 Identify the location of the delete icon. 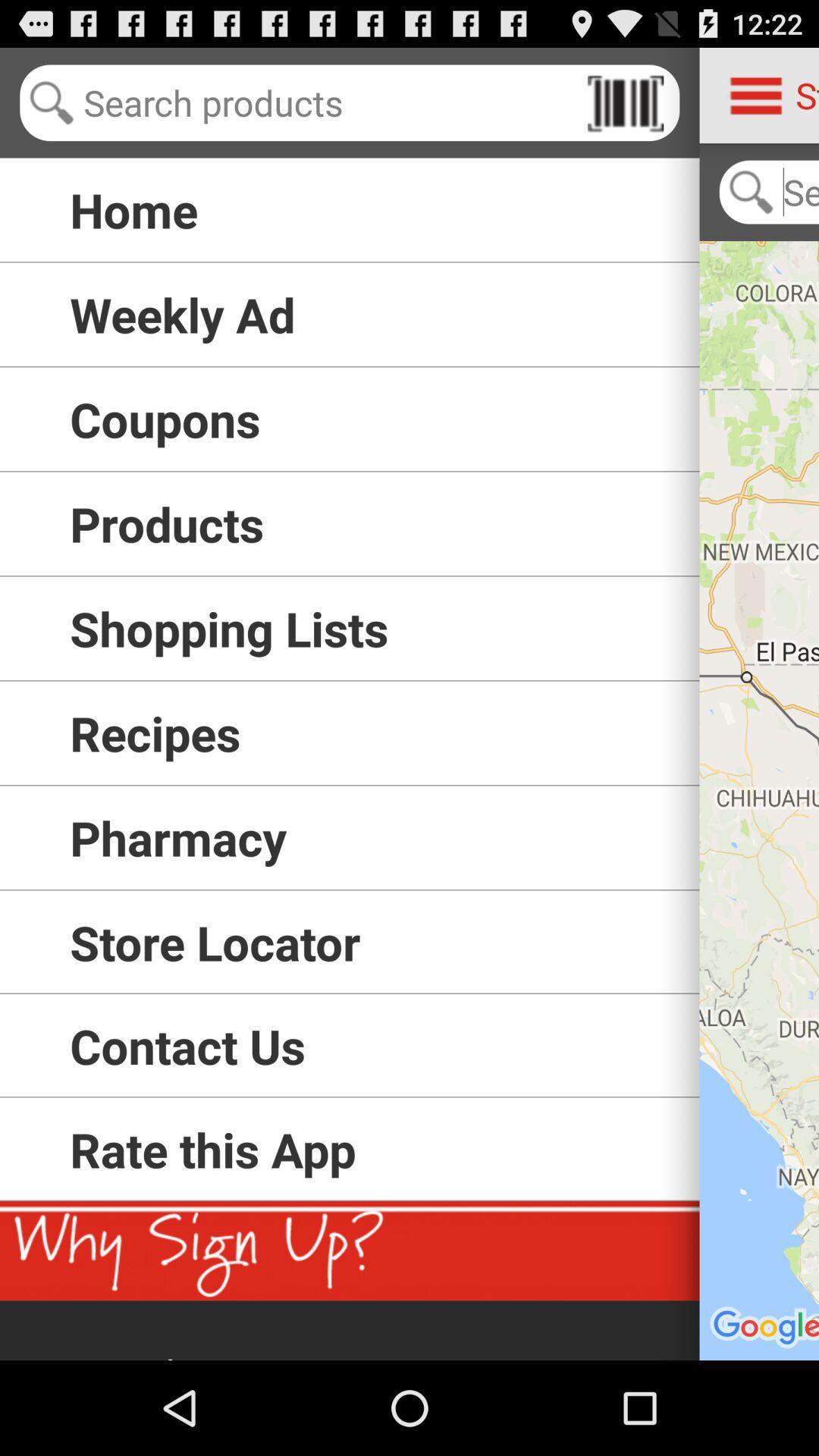
(626, 109).